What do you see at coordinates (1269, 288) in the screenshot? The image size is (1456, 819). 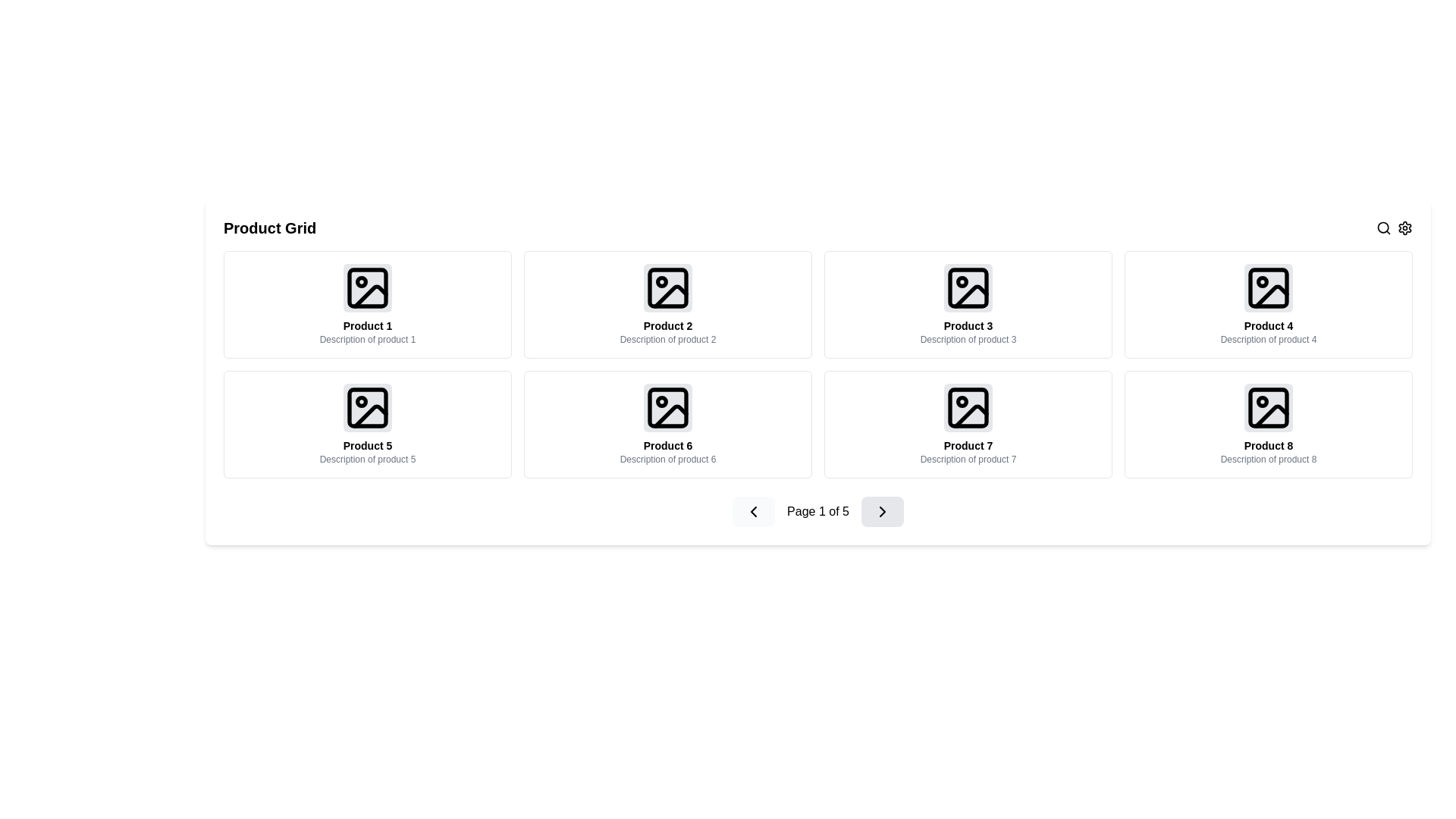 I see `the decorative vector graphic rectangle with rounded corners located in the product card for 'Product 4', positioned in the top row's fourth position from the left` at bounding box center [1269, 288].